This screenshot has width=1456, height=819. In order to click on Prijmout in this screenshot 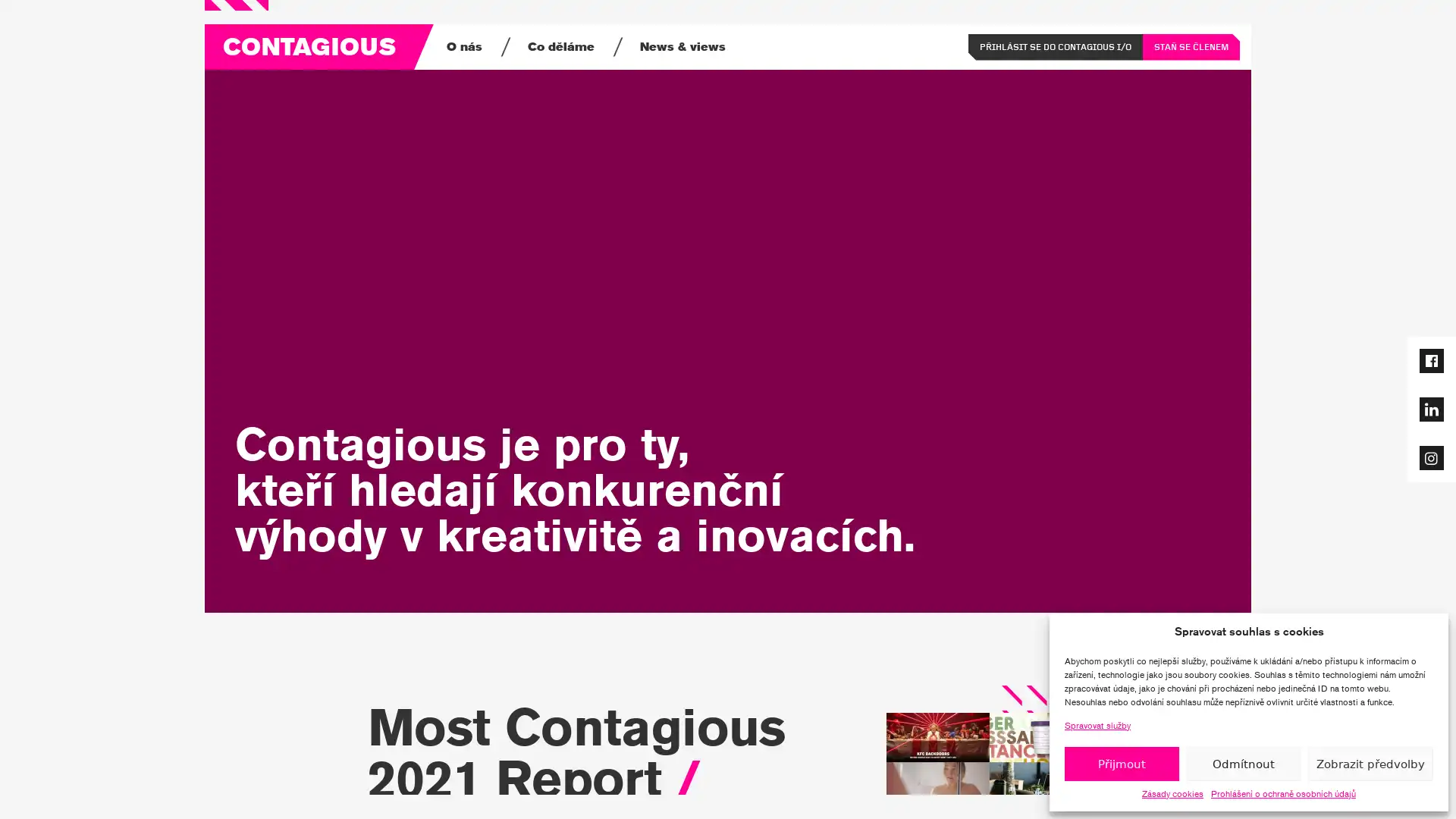, I will do `click(1121, 764)`.